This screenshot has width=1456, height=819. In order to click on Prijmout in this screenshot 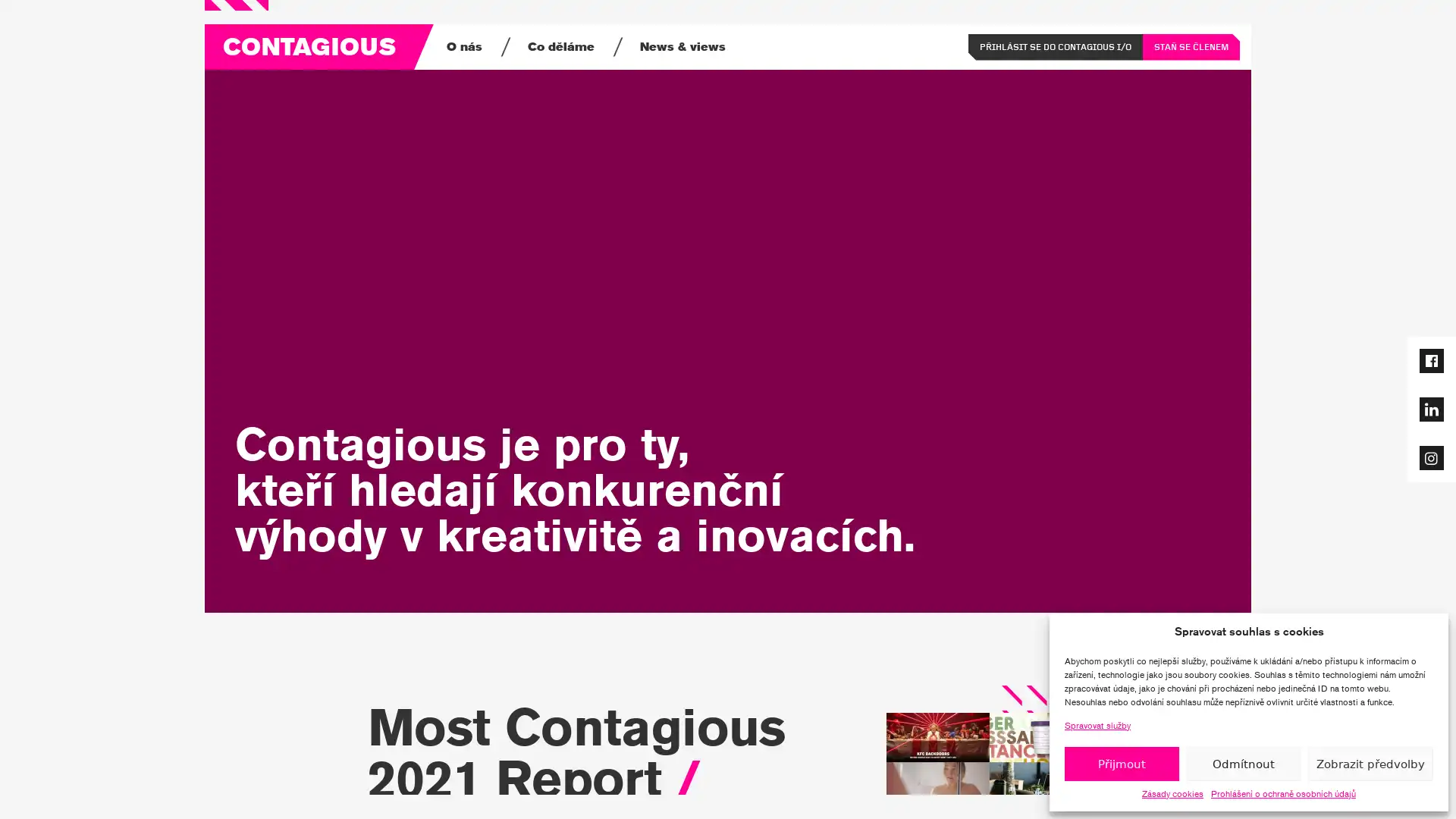, I will do `click(1121, 764)`.